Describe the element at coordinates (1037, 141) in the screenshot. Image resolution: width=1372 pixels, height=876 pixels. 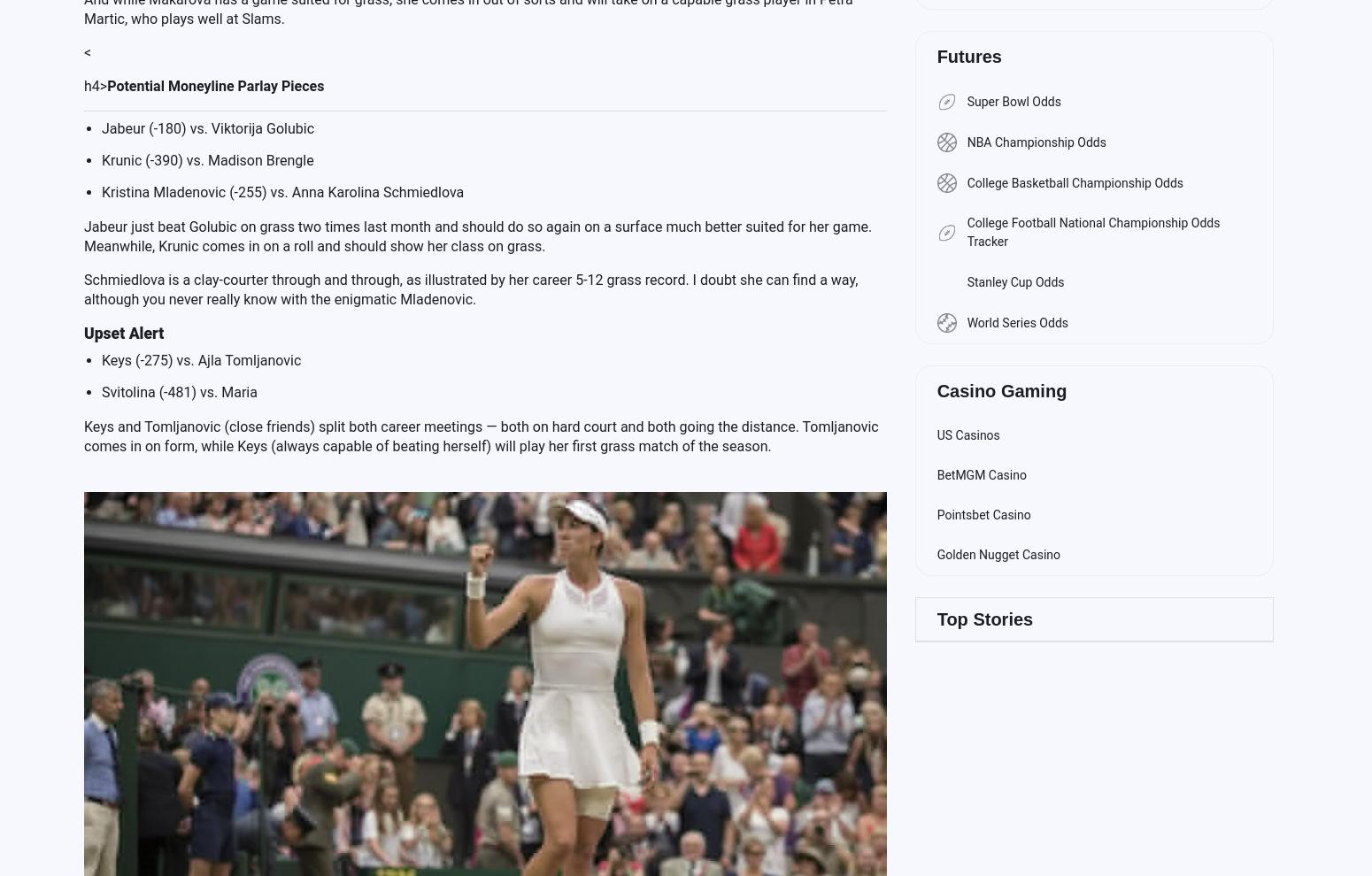
I see `'NBA Championship Odds'` at that location.